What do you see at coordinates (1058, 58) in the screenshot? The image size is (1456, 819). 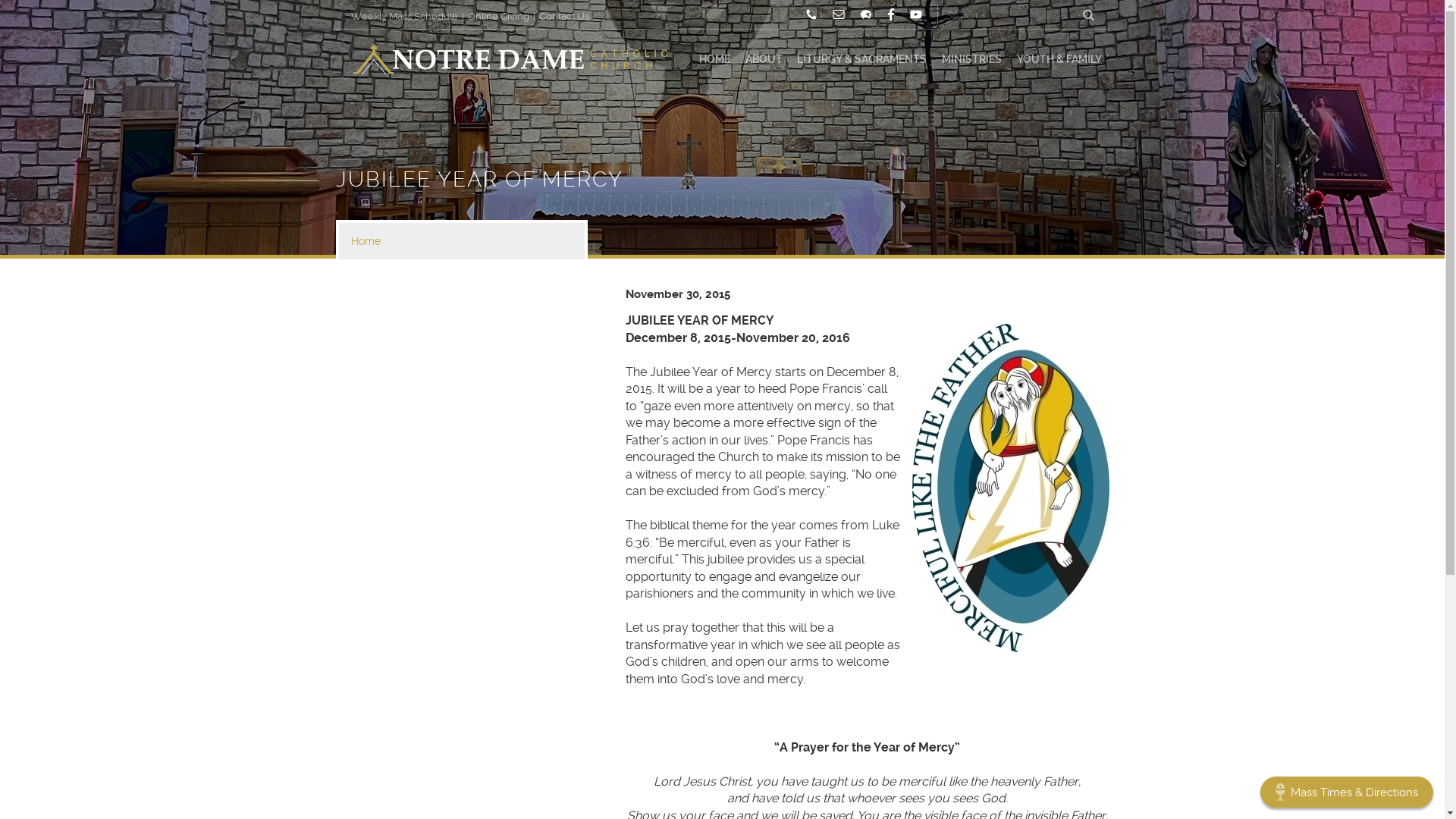 I see `'YOUTH & FAMILY'` at bounding box center [1058, 58].